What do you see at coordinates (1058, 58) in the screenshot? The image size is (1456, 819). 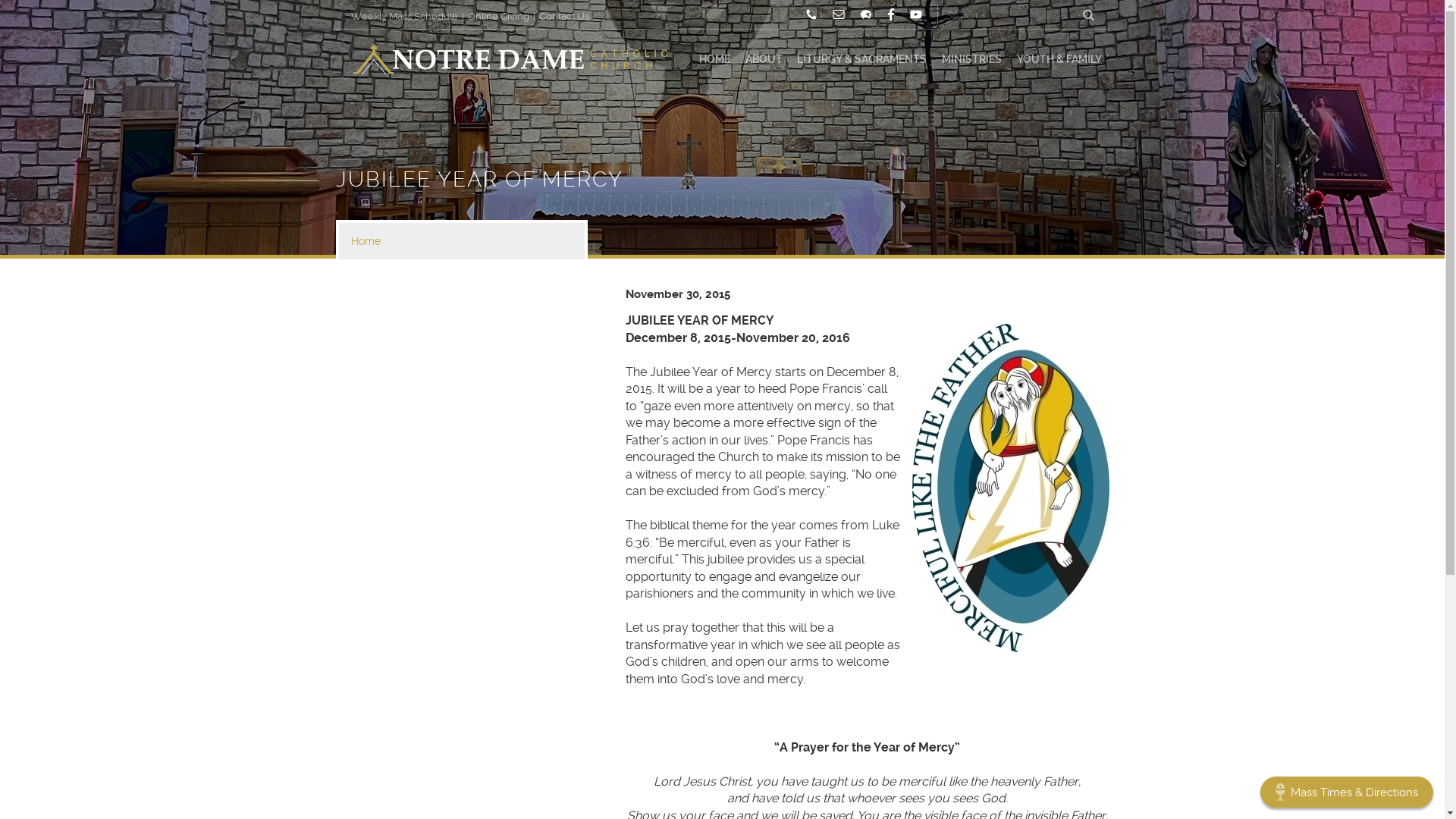 I see `'YOUTH & FAMILY'` at bounding box center [1058, 58].